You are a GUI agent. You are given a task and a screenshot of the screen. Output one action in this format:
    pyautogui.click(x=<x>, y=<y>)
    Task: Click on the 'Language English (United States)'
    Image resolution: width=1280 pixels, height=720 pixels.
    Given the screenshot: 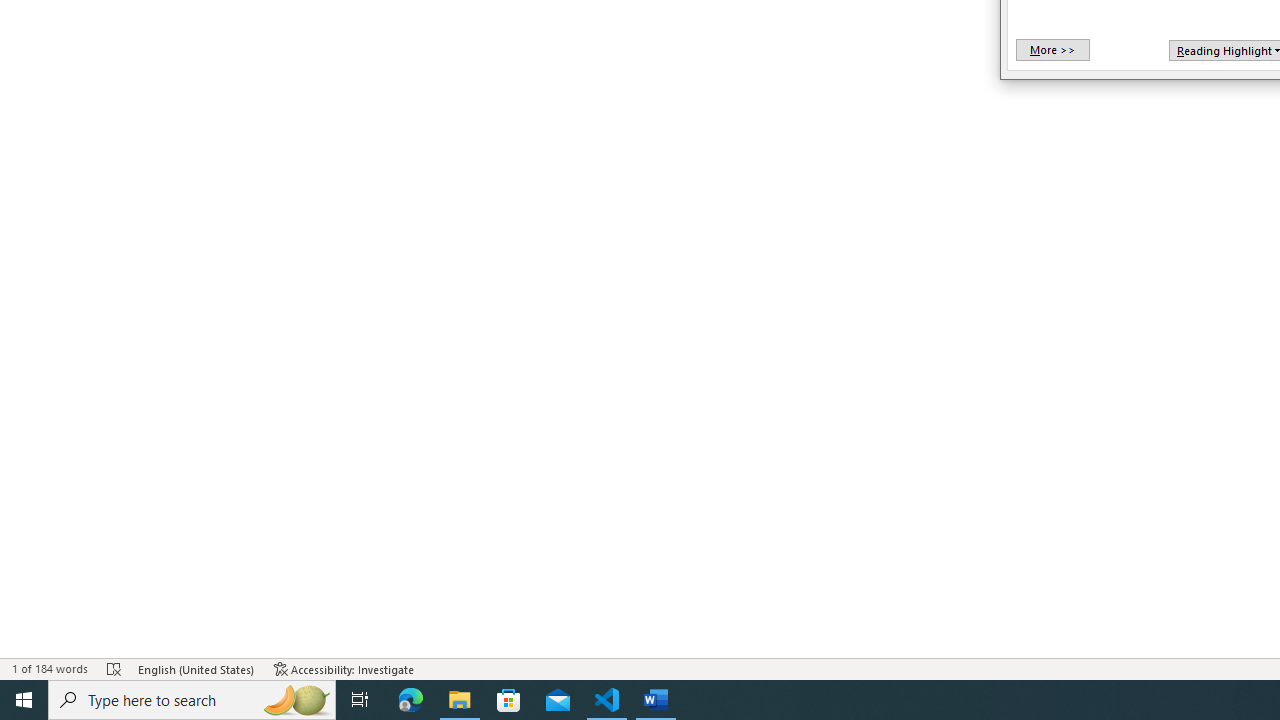 What is the action you would take?
    pyautogui.click(x=196, y=669)
    